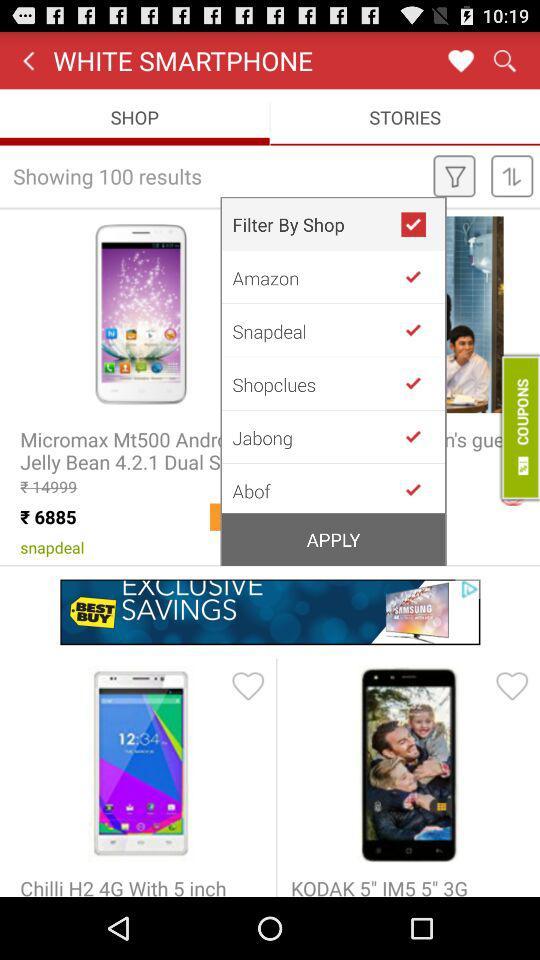 This screenshot has height=960, width=540. What do you see at coordinates (316, 383) in the screenshot?
I see `shopclues app` at bounding box center [316, 383].